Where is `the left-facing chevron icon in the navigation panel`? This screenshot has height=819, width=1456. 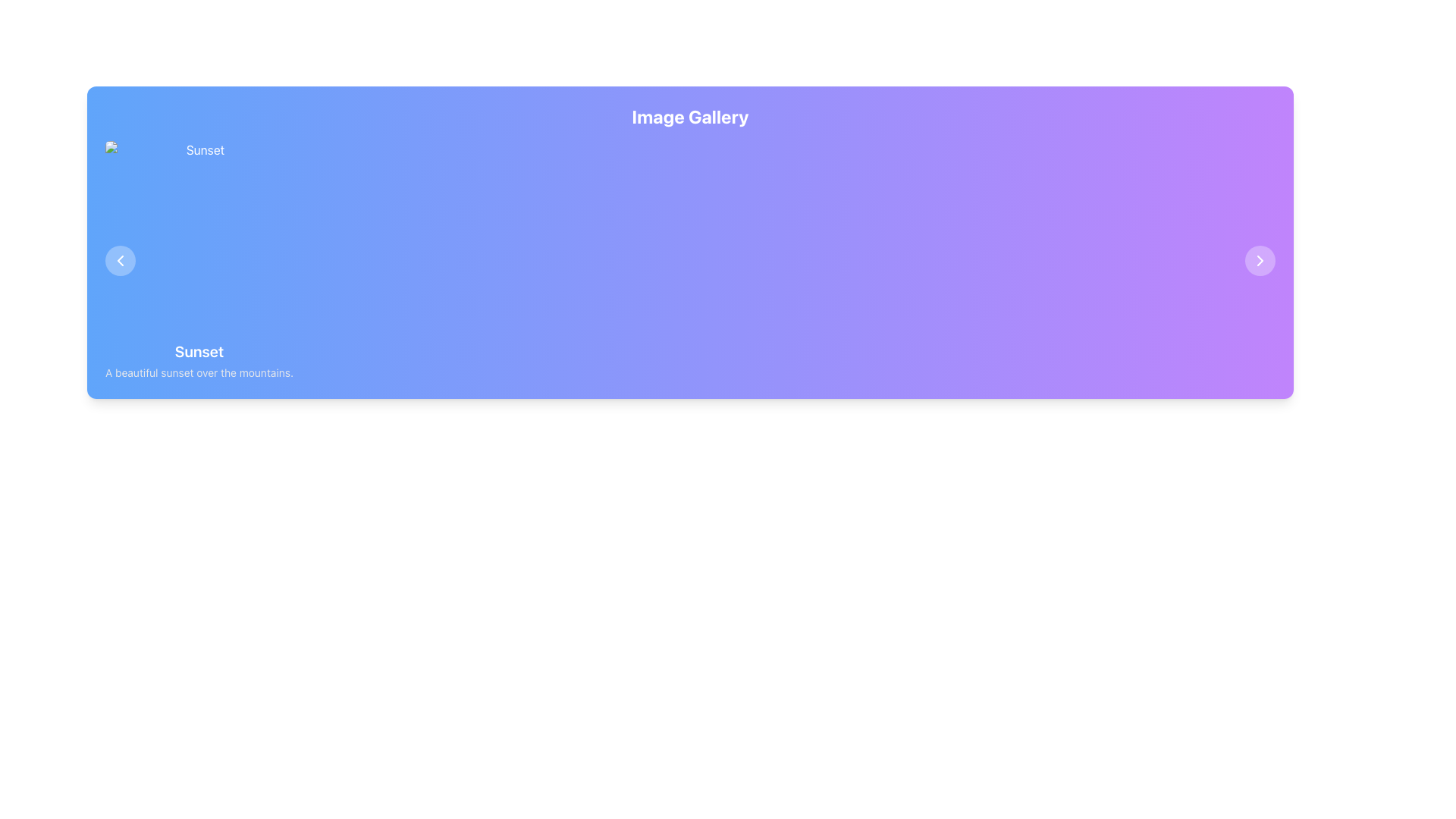
the left-facing chevron icon in the navigation panel is located at coordinates (119, 259).